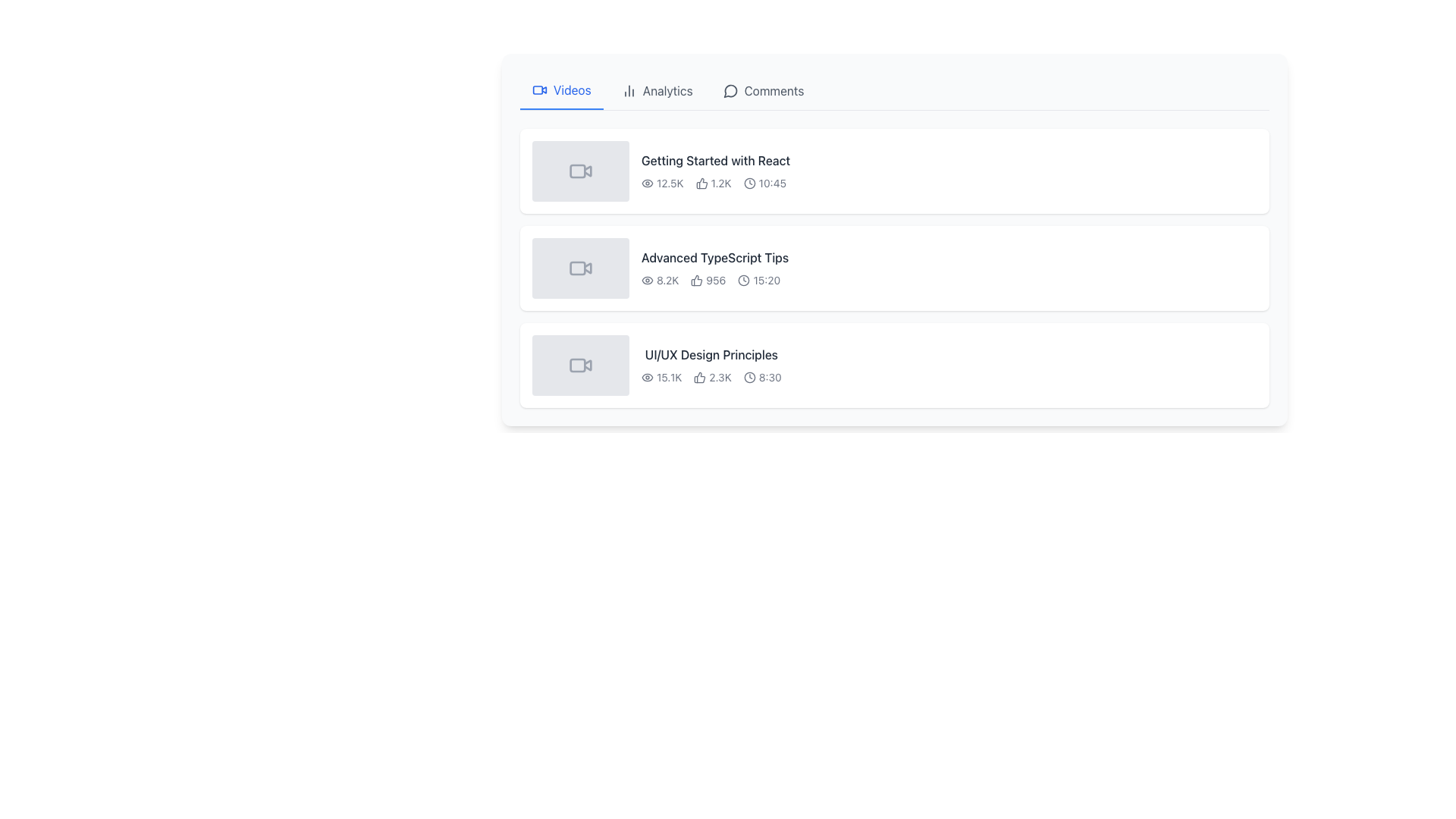  I want to click on the video title label in the second row of the video entries, so click(714, 256).